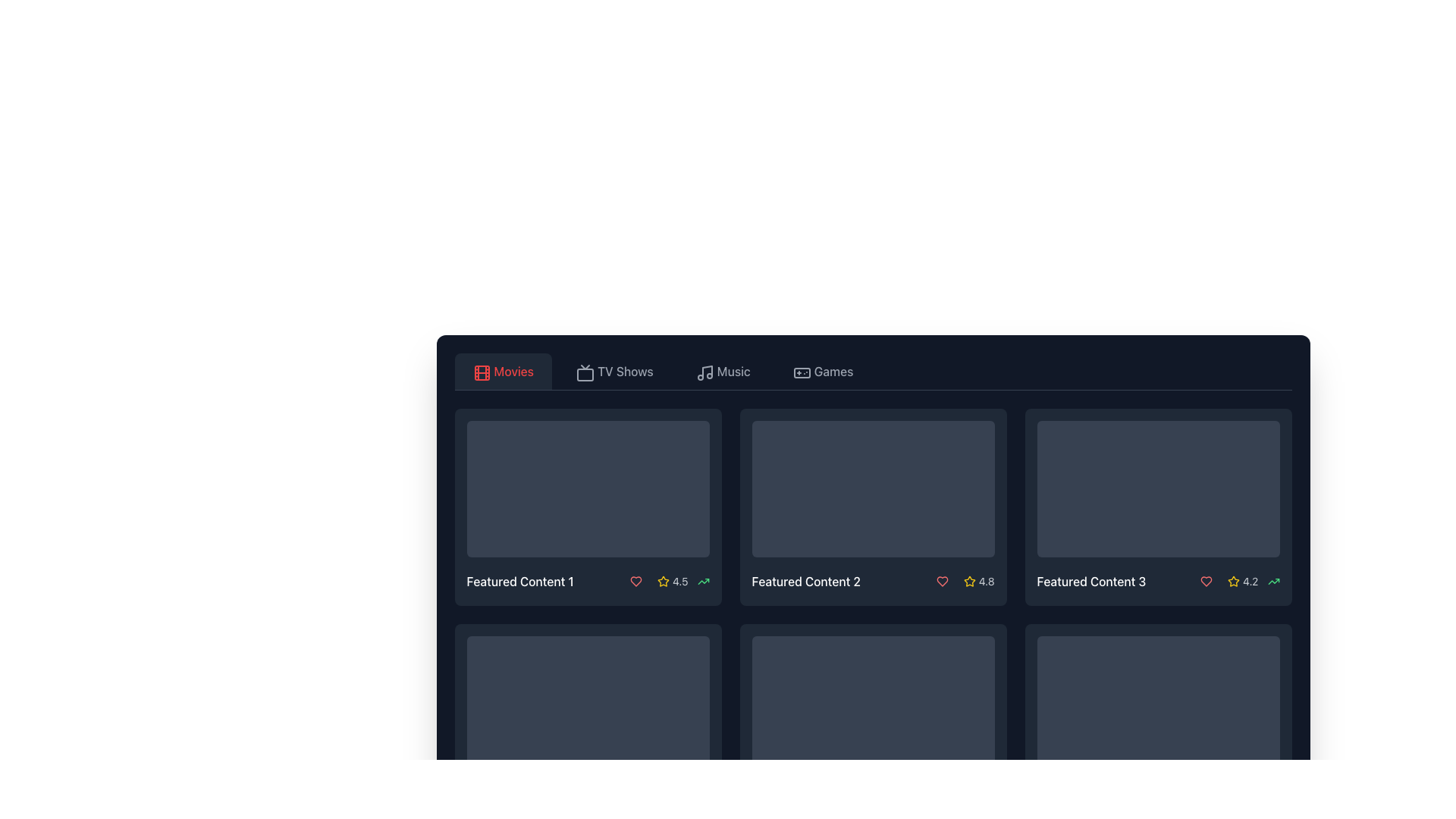  What do you see at coordinates (1273, 581) in the screenshot?
I see `the trending status icon located at the bottom-right corner of the 'Featured Content 3' card, which indicates the popularity of the content` at bounding box center [1273, 581].